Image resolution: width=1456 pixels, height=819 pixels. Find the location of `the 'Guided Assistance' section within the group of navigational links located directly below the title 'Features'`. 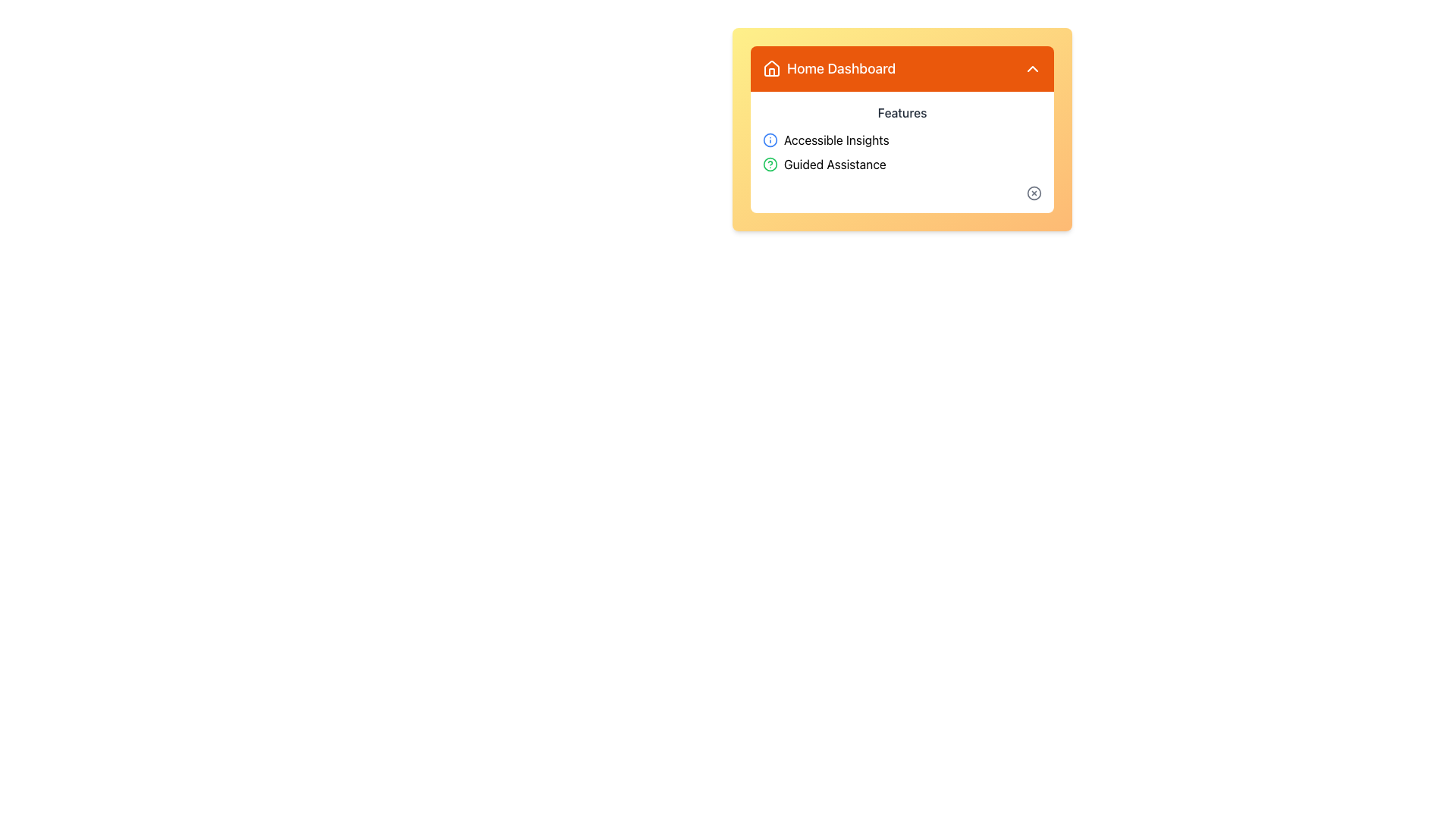

the 'Guided Assistance' section within the group of navigational links located directly below the title 'Features' is located at coordinates (902, 152).